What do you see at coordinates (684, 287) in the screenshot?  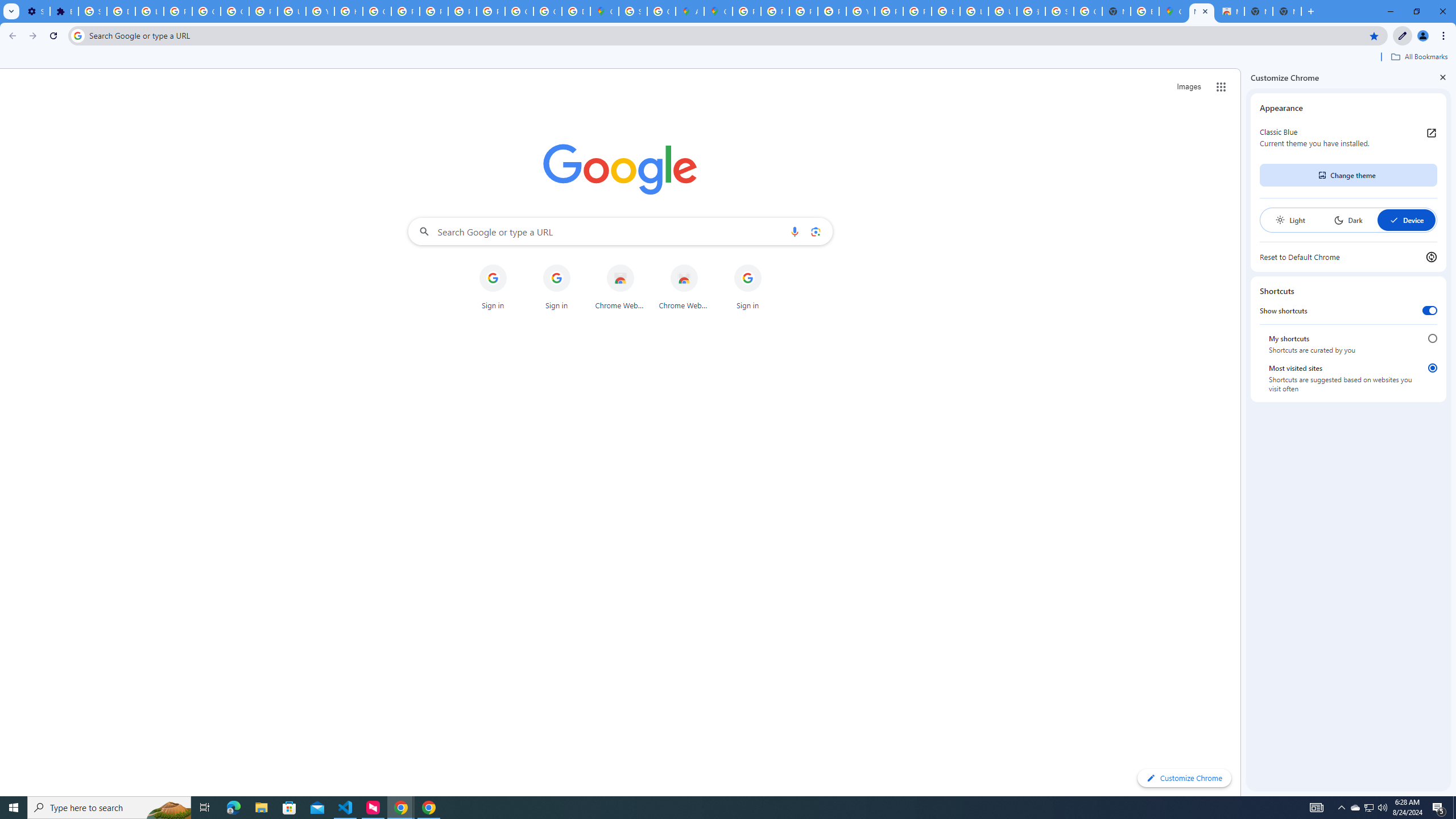 I see `'Chrome Web Store'` at bounding box center [684, 287].